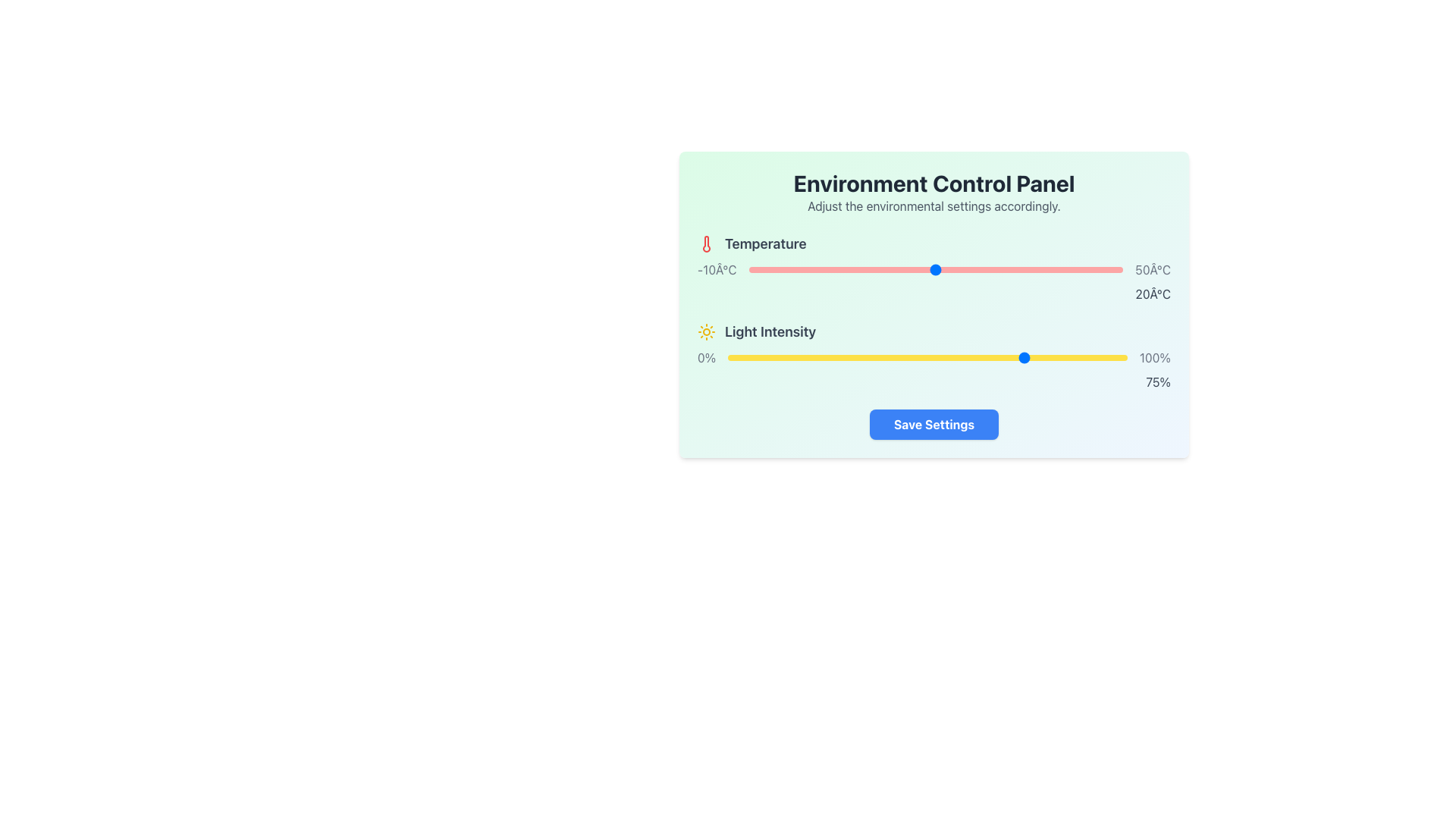  I want to click on the static text label displaying '0%' in gray color, located within the 'Light Intensity' control section, to the left of the yellow slider bar, so click(706, 357).